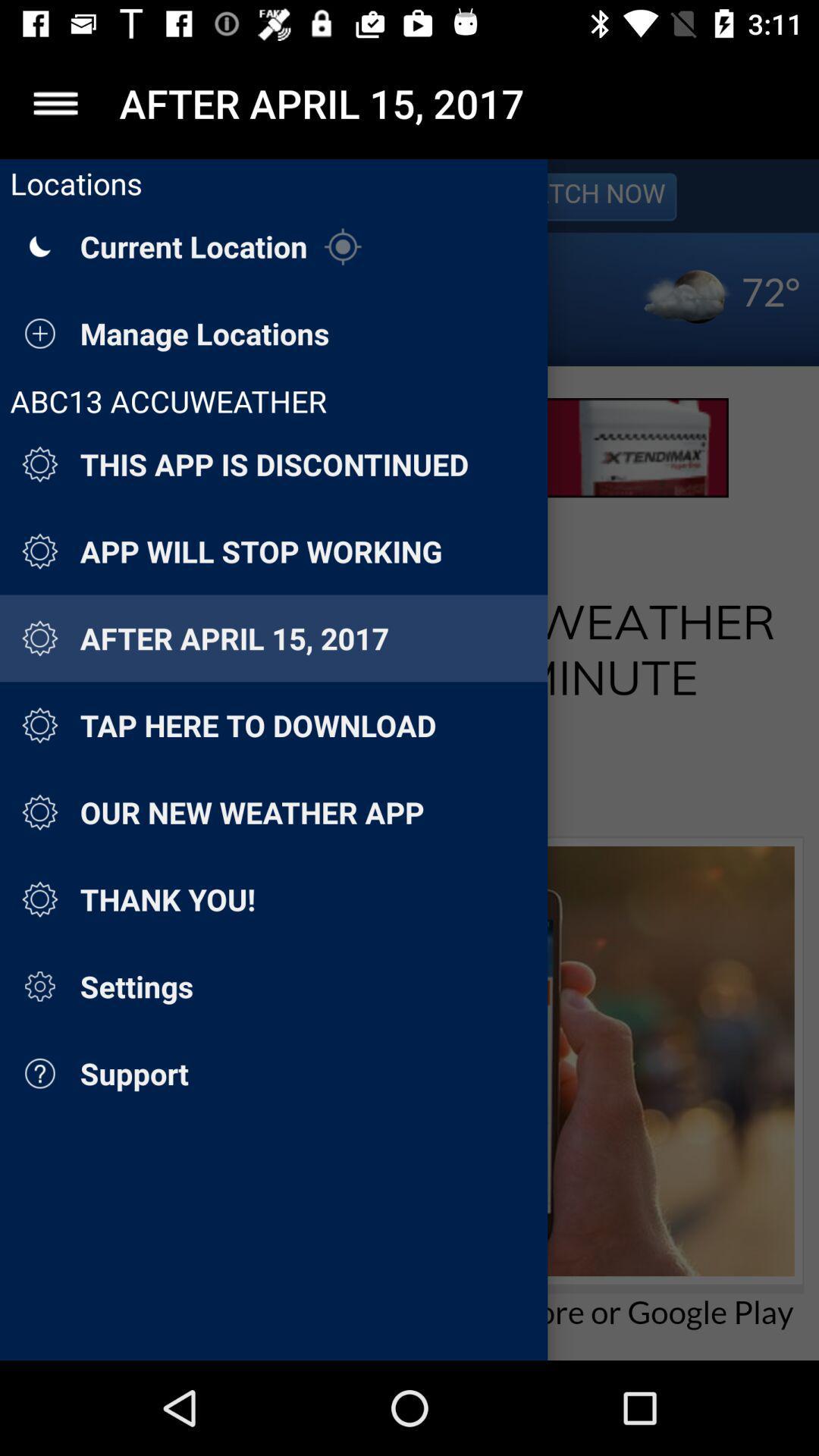 The width and height of the screenshot is (819, 1456). I want to click on the icon to the left of after april 15 app, so click(55, 102).